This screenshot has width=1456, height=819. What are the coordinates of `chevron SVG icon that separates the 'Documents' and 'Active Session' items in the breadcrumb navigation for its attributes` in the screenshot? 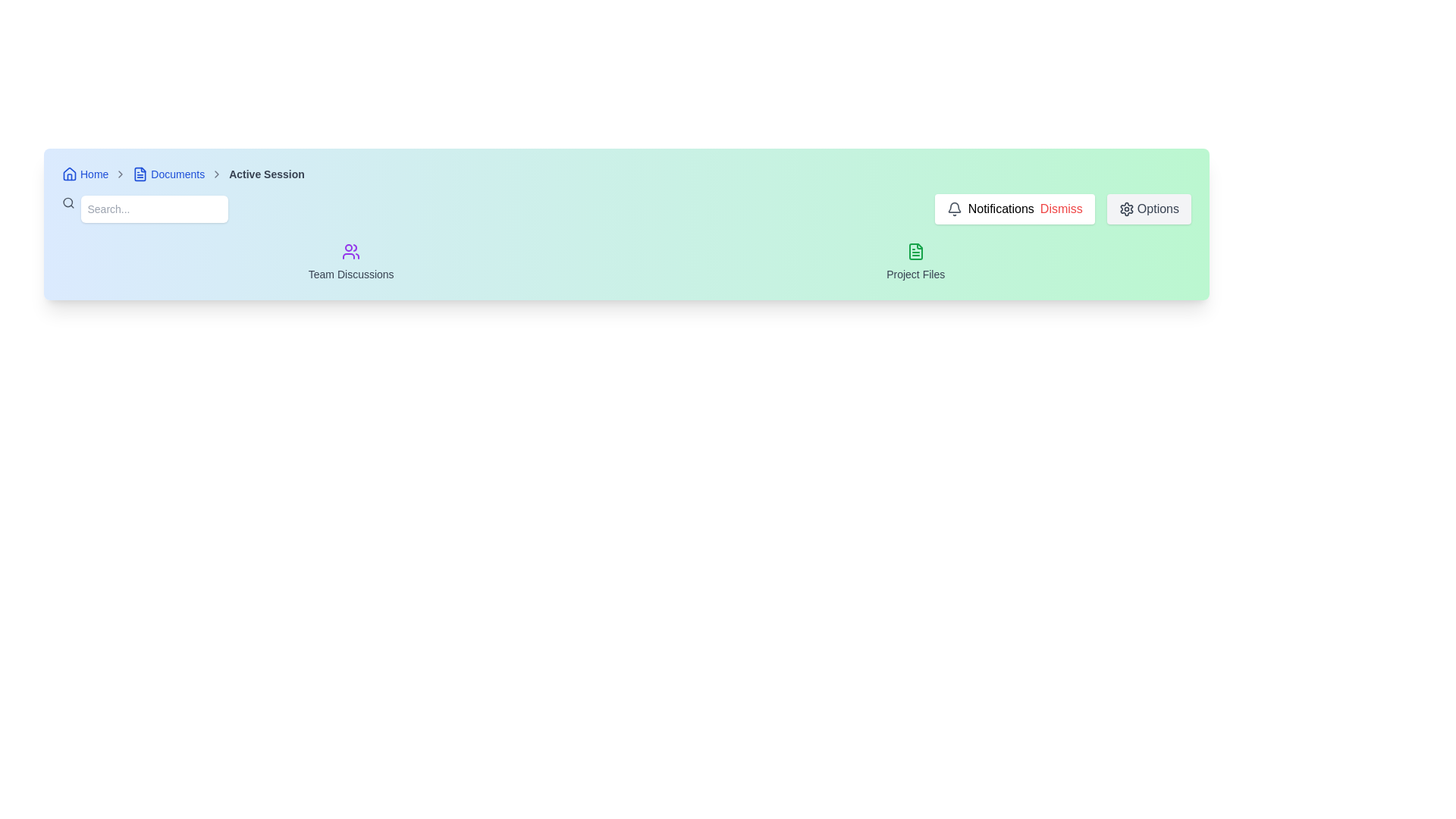 It's located at (216, 174).